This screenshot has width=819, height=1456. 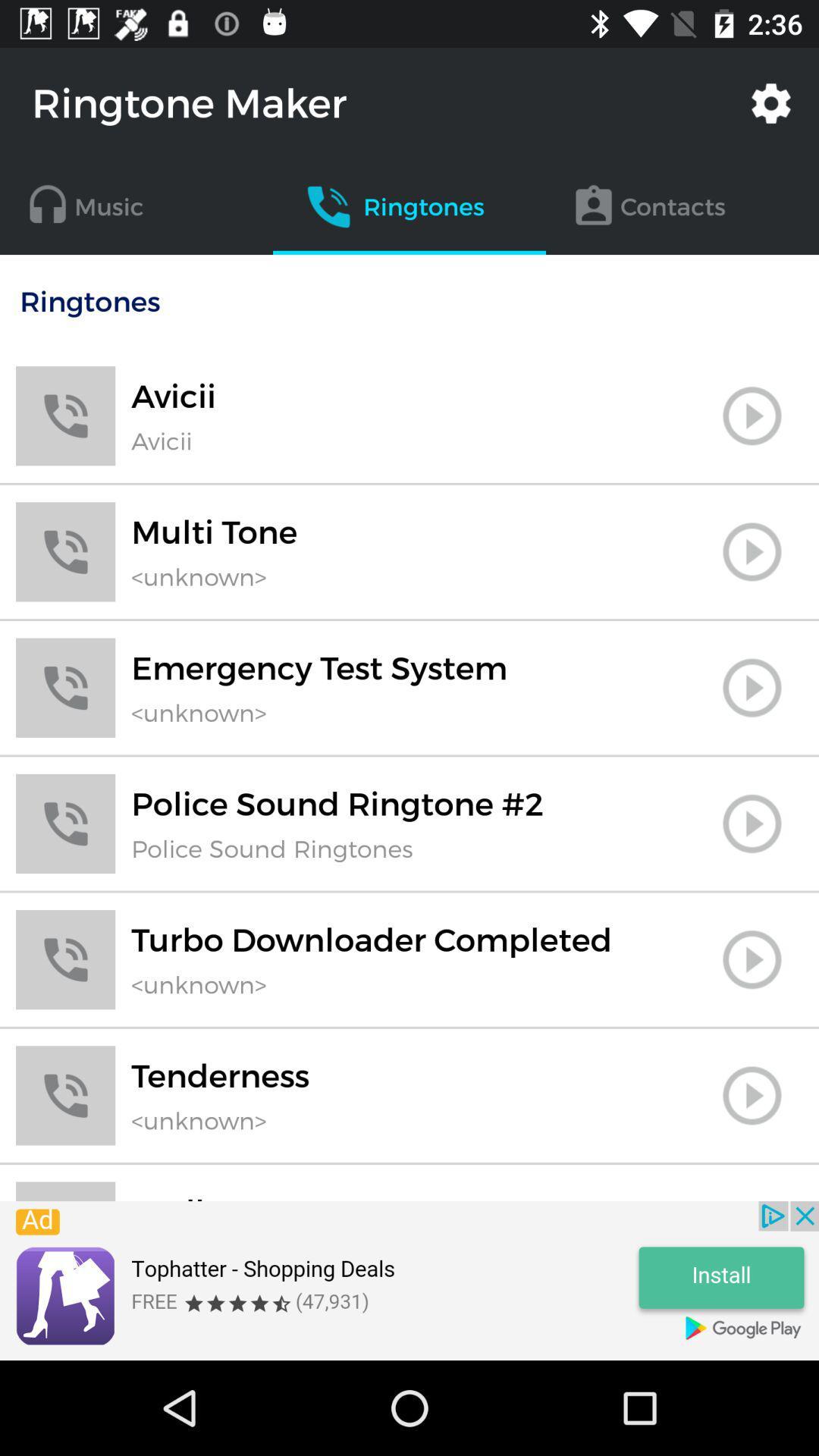 What do you see at coordinates (752, 551) in the screenshot?
I see `multi tone` at bounding box center [752, 551].